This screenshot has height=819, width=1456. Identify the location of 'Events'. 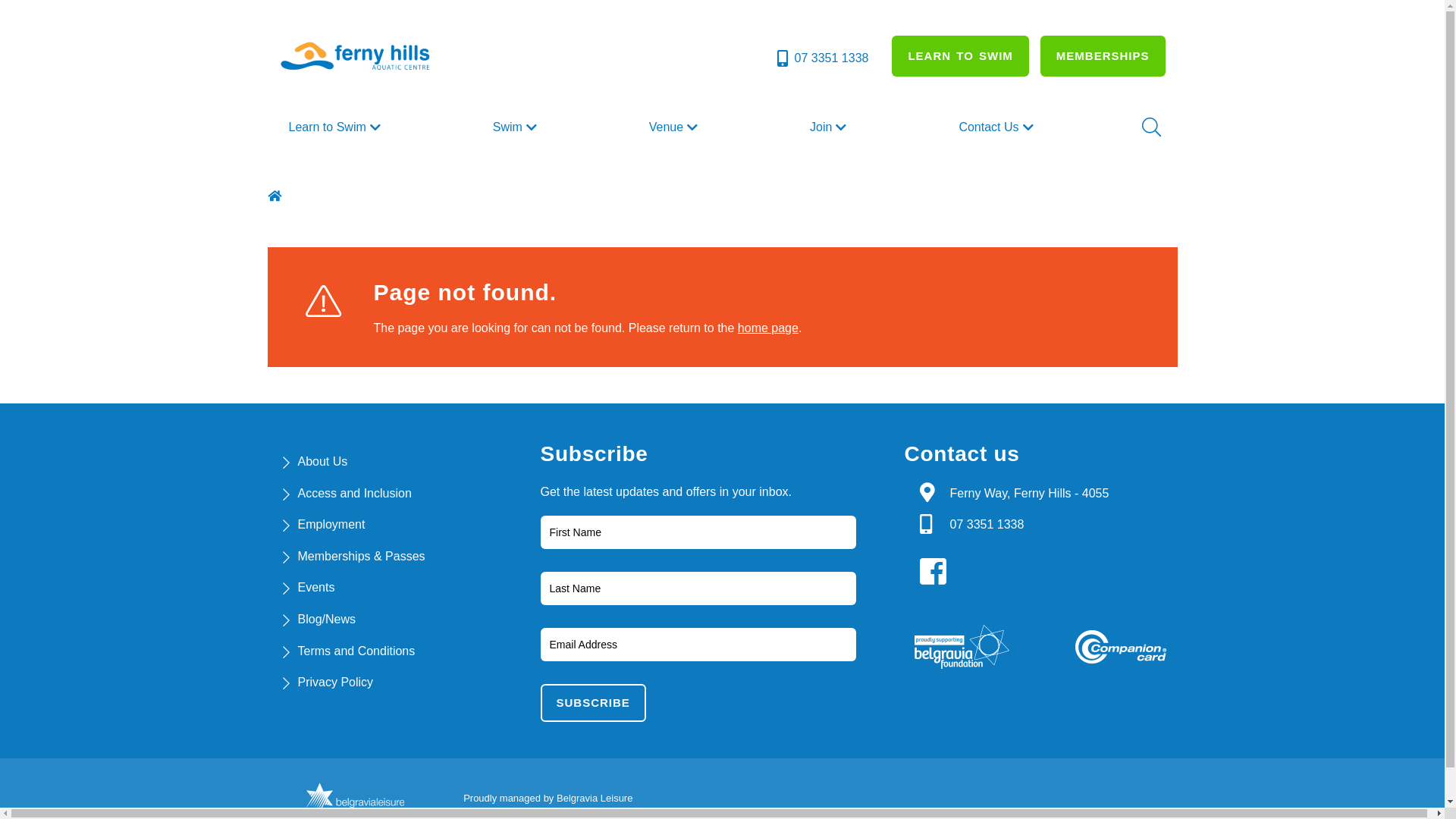
(315, 586).